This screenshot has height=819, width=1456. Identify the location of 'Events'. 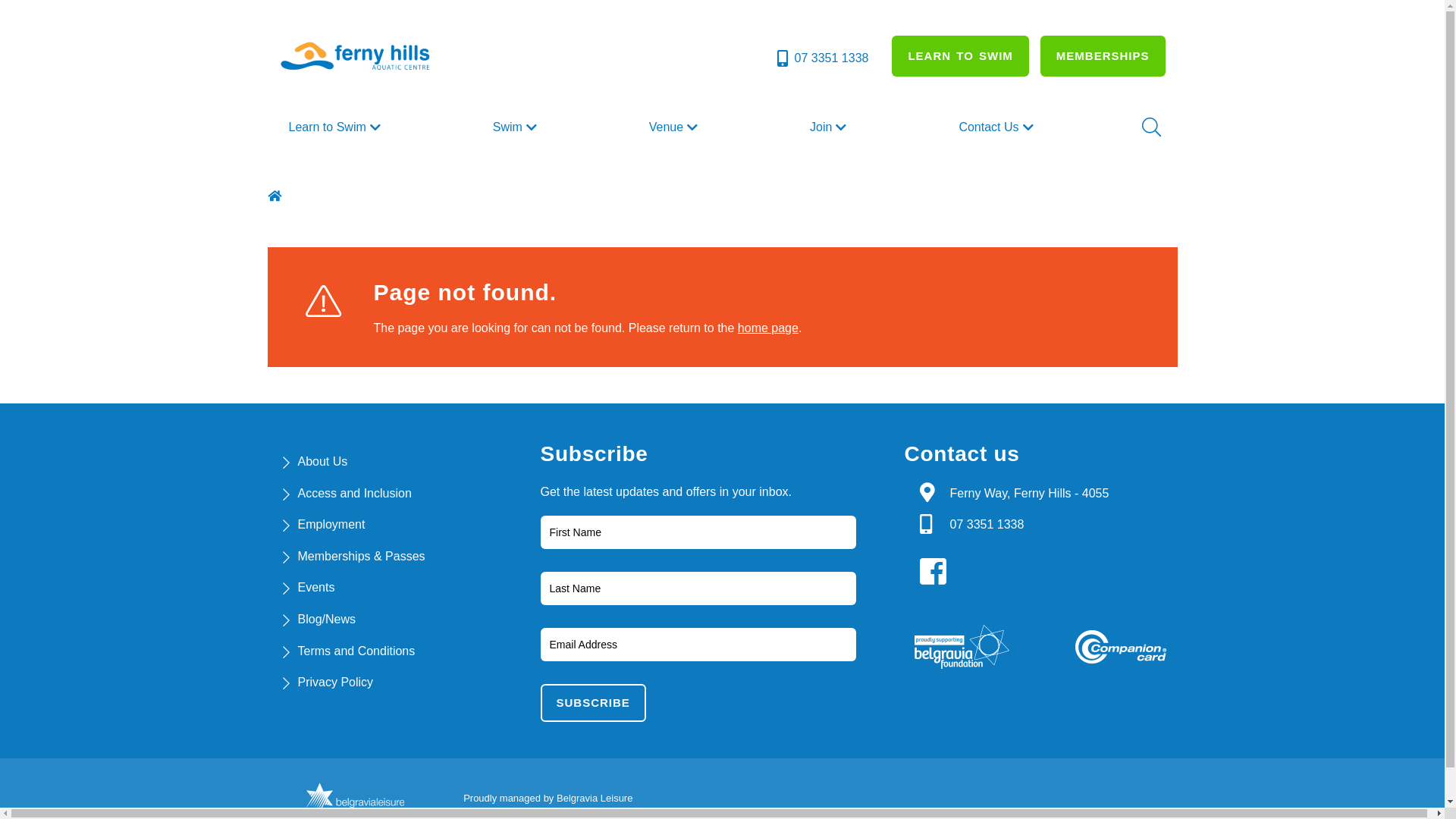
(315, 586).